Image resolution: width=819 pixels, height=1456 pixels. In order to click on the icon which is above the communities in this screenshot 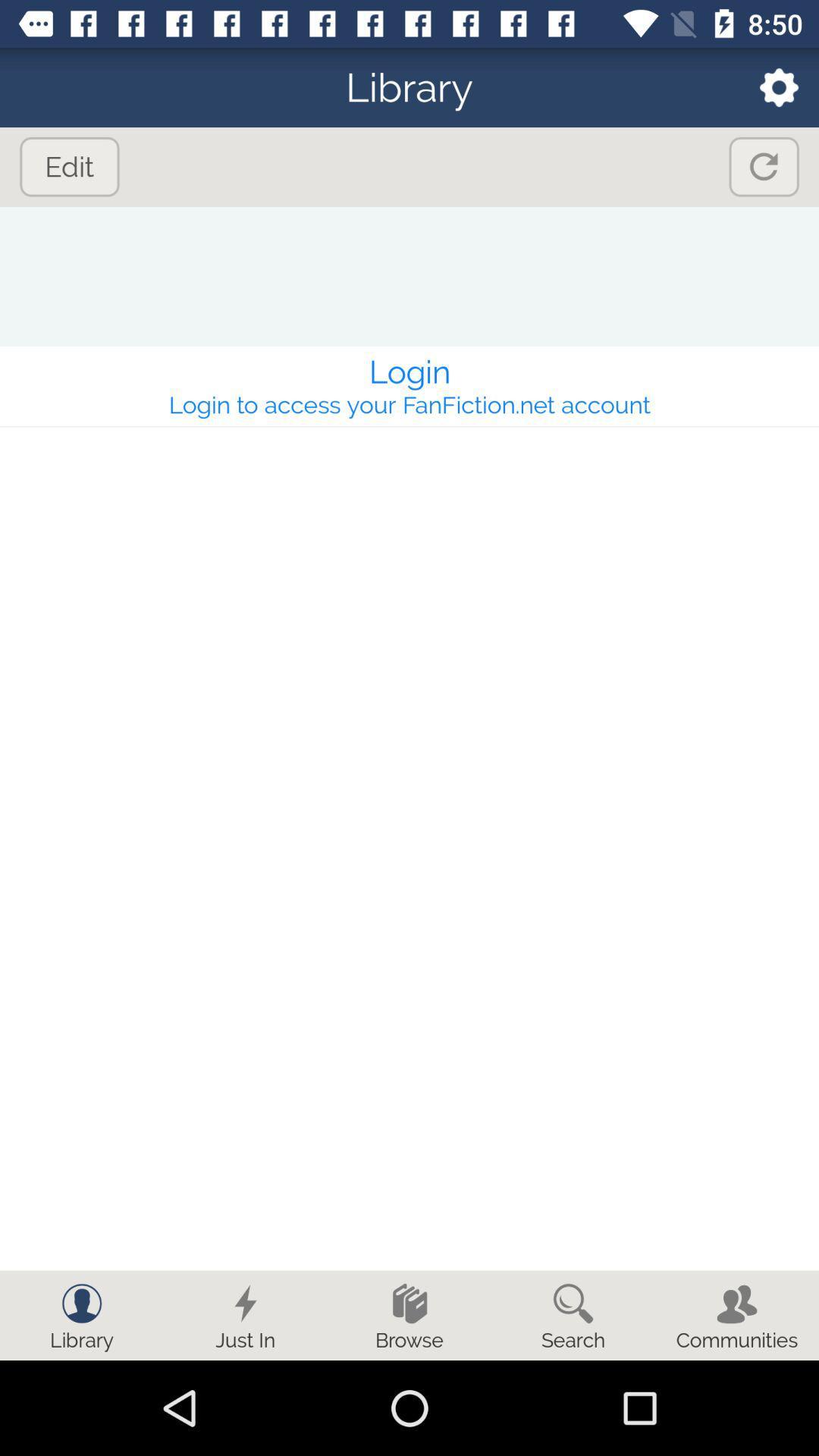, I will do `click(736, 1302)`.